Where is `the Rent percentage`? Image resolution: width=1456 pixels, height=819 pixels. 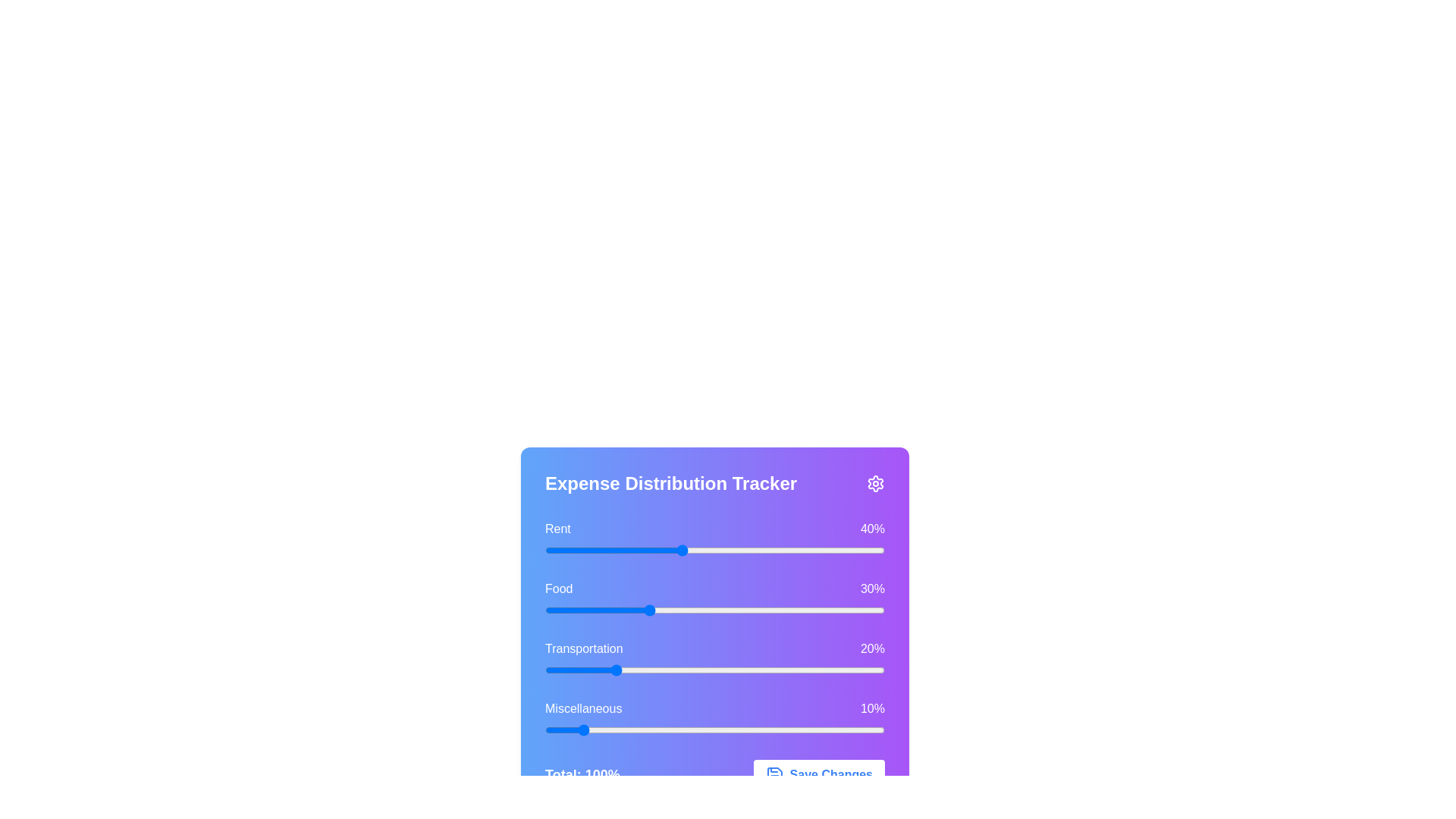 the Rent percentage is located at coordinates (591, 550).